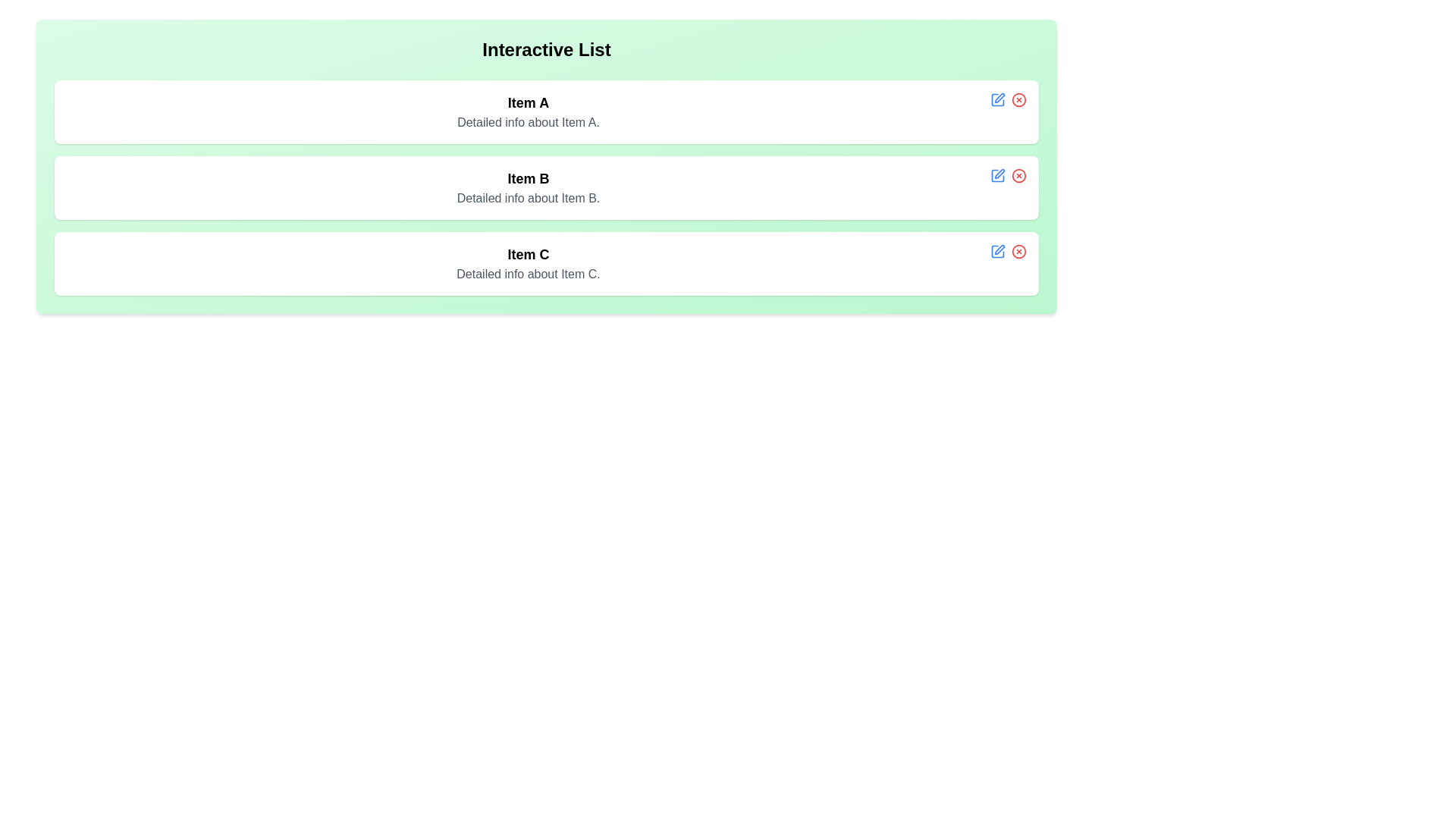 The width and height of the screenshot is (1456, 819). Describe the element at coordinates (528, 275) in the screenshot. I see `the Text Display element that shows 'Detailed info about Item C.' styled in gray, positioned below the title 'Item C'` at that location.